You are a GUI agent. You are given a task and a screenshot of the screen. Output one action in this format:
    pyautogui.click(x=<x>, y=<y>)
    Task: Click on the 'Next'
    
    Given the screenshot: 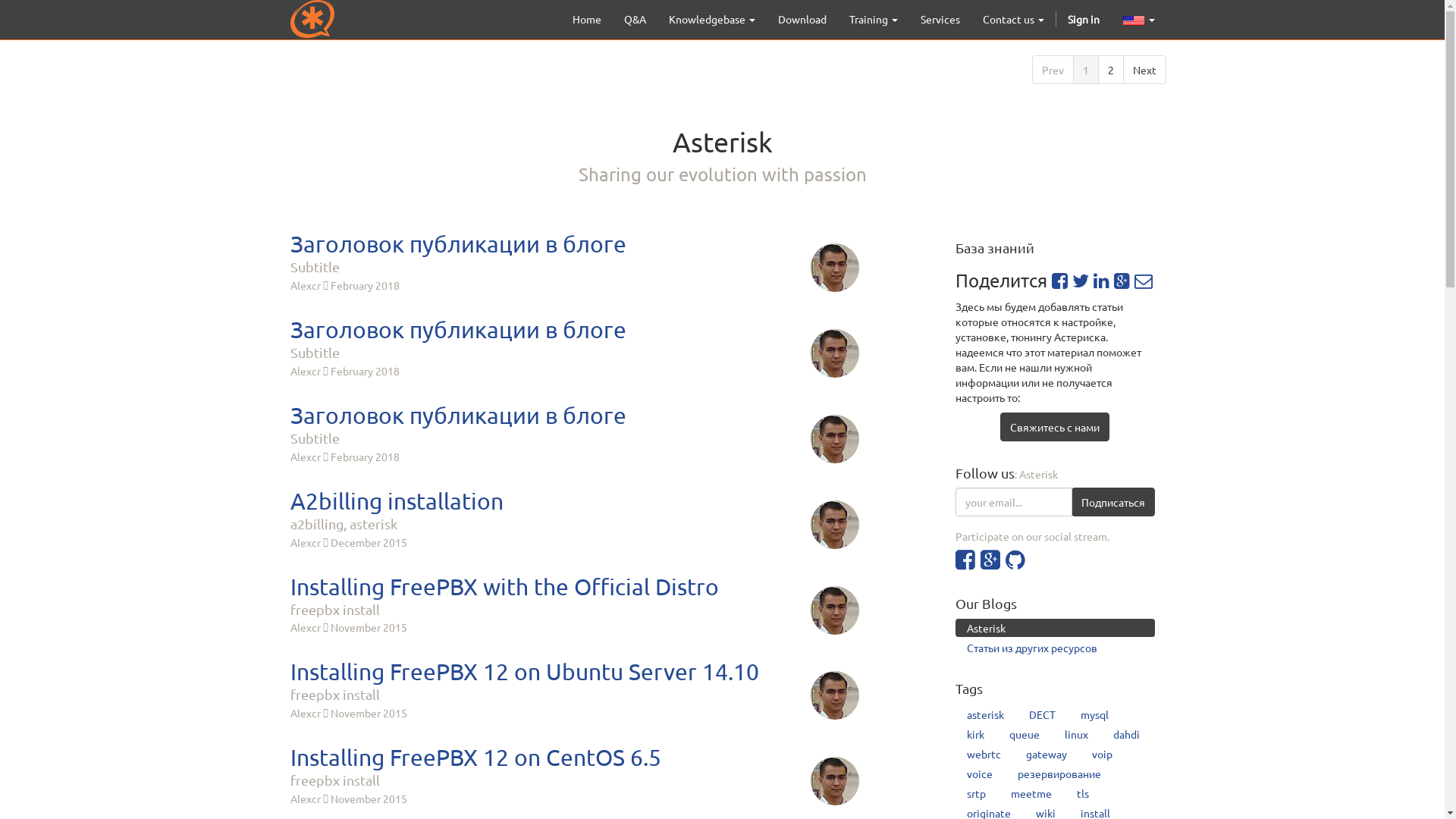 What is the action you would take?
    pyautogui.click(x=1144, y=70)
    